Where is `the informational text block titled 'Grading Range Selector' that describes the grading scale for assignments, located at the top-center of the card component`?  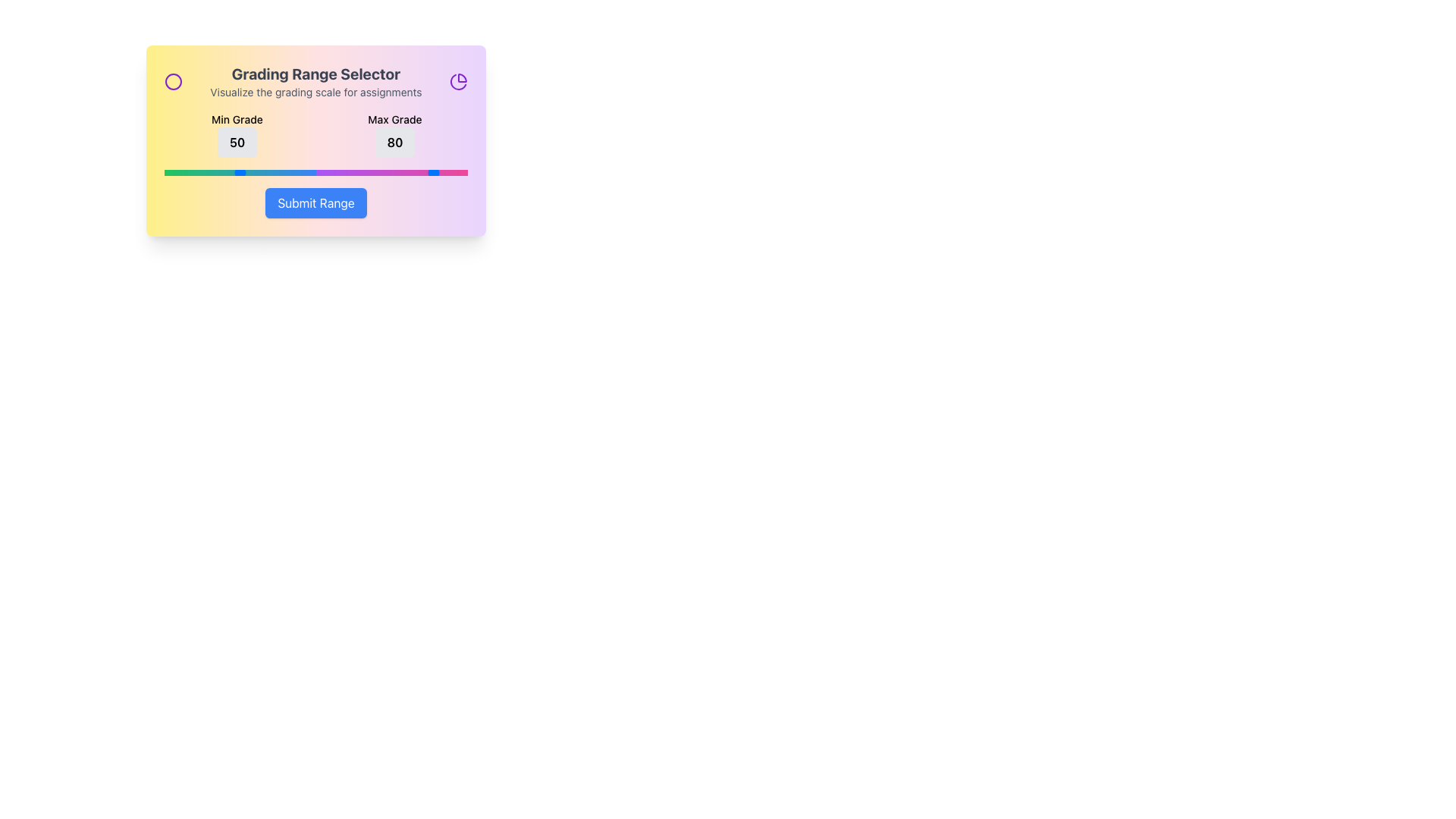 the informational text block titled 'Grading Range Selector' that describes the grading scale for assignments, located at the top-center of the card component is located at coordinates (315, 82).